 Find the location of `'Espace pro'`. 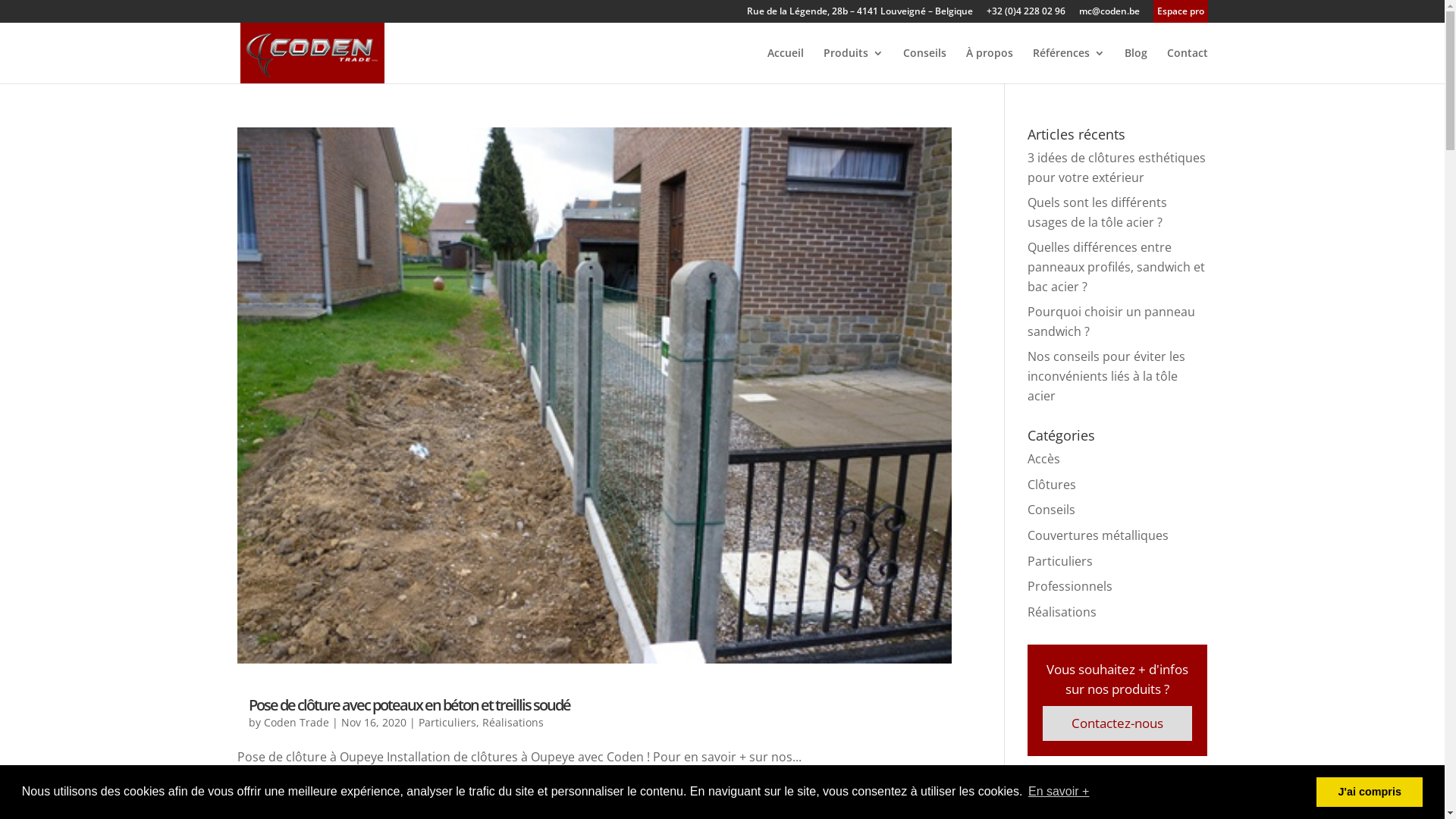

'Espace pro' is located at coordinates (1179, 14).